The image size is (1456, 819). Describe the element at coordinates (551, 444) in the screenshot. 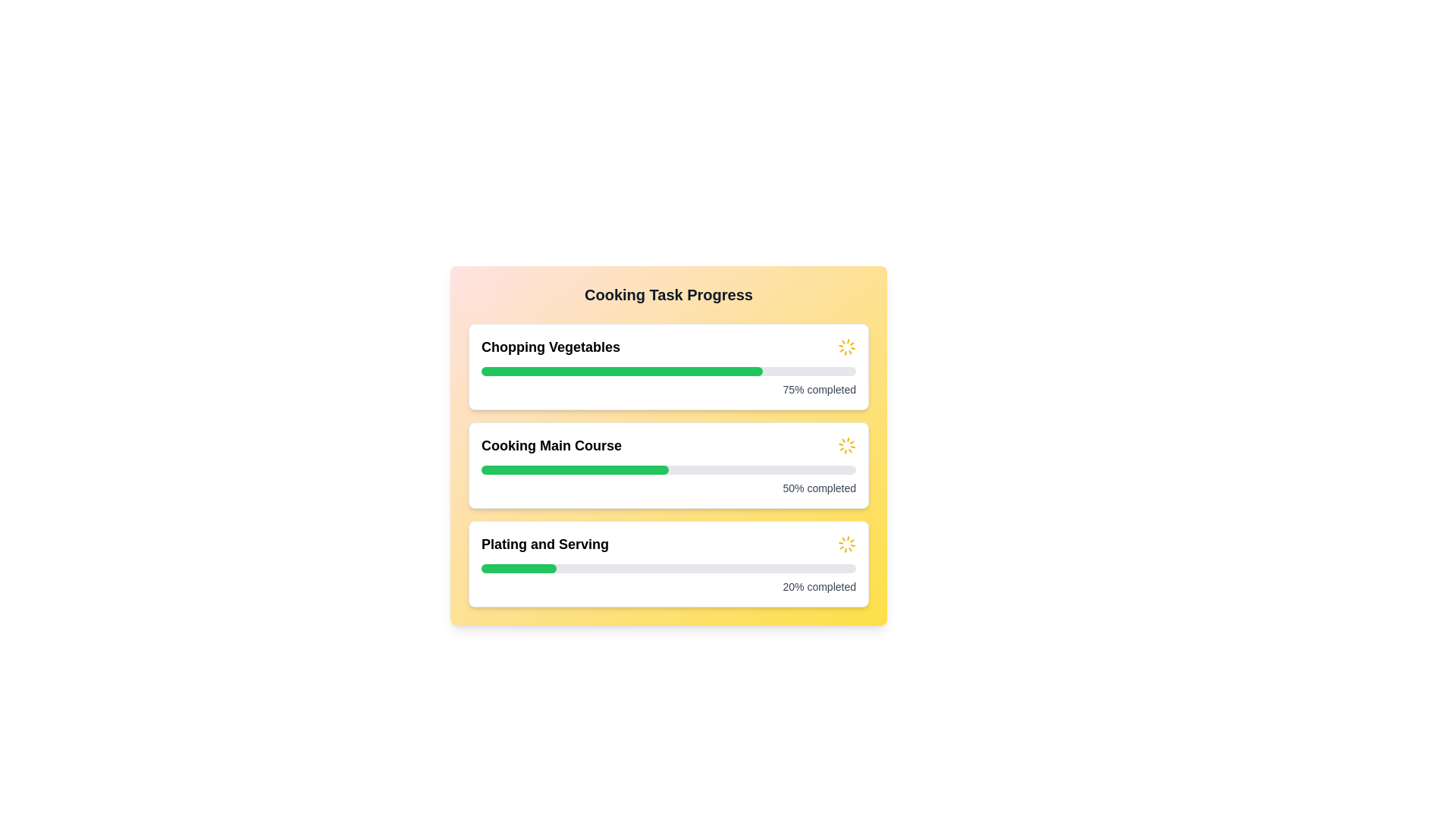

I see `the Text Label that indicates the task 'Cooking Main Course'` at that location.